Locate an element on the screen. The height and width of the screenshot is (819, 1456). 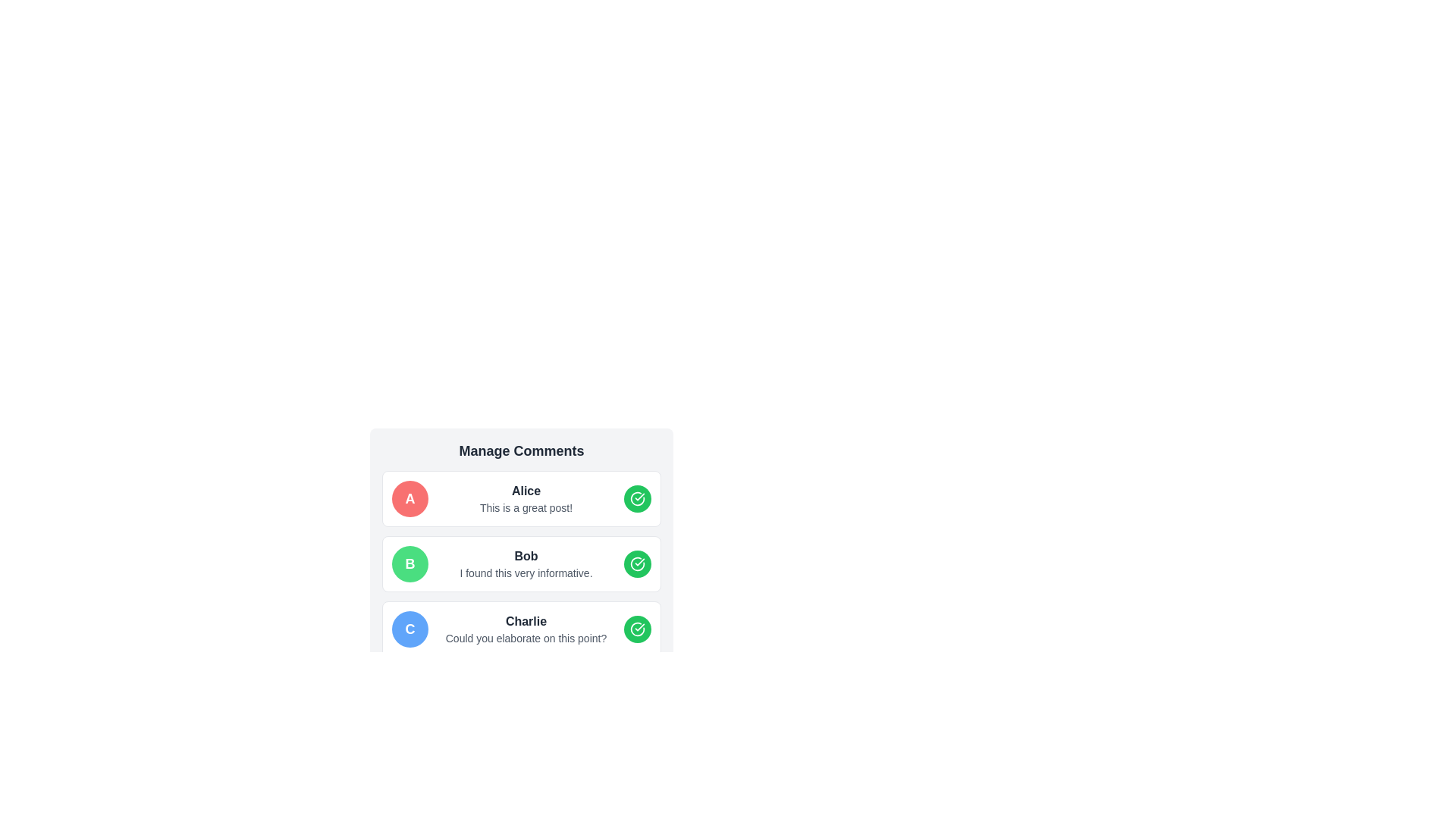
details presented in the card component that contains the name 'Bob', the comment 'I found this very informative', and a green circular button with a checkmark icon is located at coordinates (521, 564).